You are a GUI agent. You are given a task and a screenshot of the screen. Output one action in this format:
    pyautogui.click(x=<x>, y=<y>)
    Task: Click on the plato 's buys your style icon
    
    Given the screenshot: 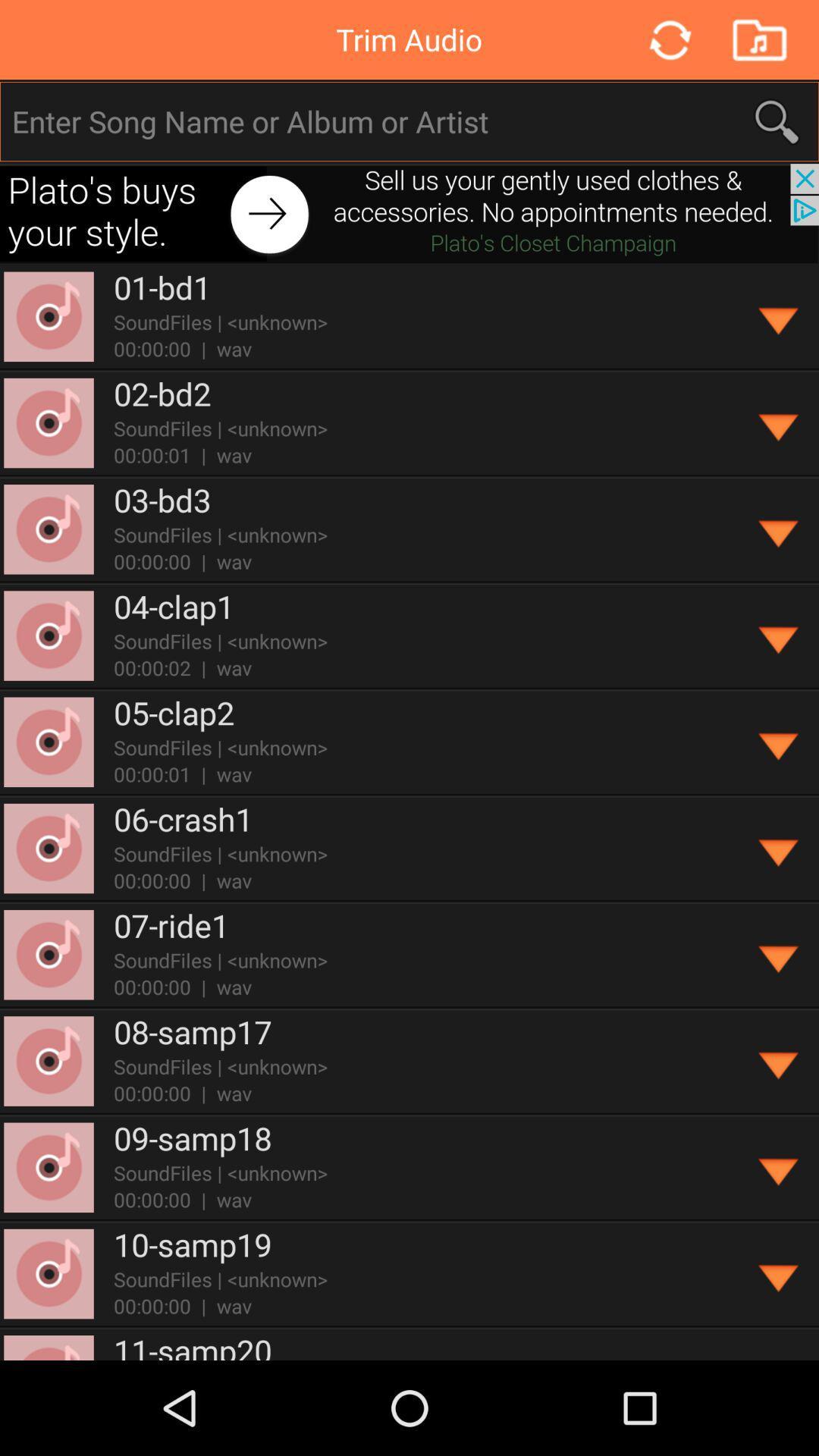 What is the action you would take?
    pyautogui.click(x=409, y=212)
    